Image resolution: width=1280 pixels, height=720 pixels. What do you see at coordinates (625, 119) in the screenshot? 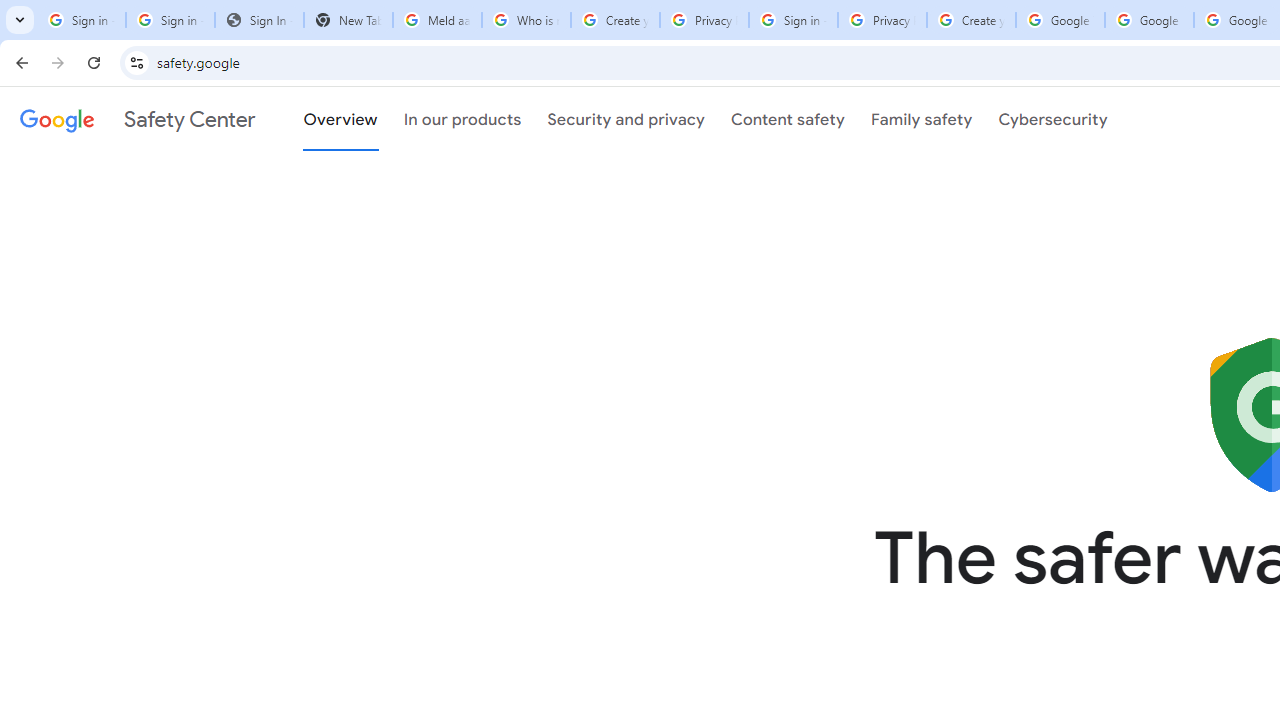
I see `'Security and privacy'` at bounding box center [625, 119].